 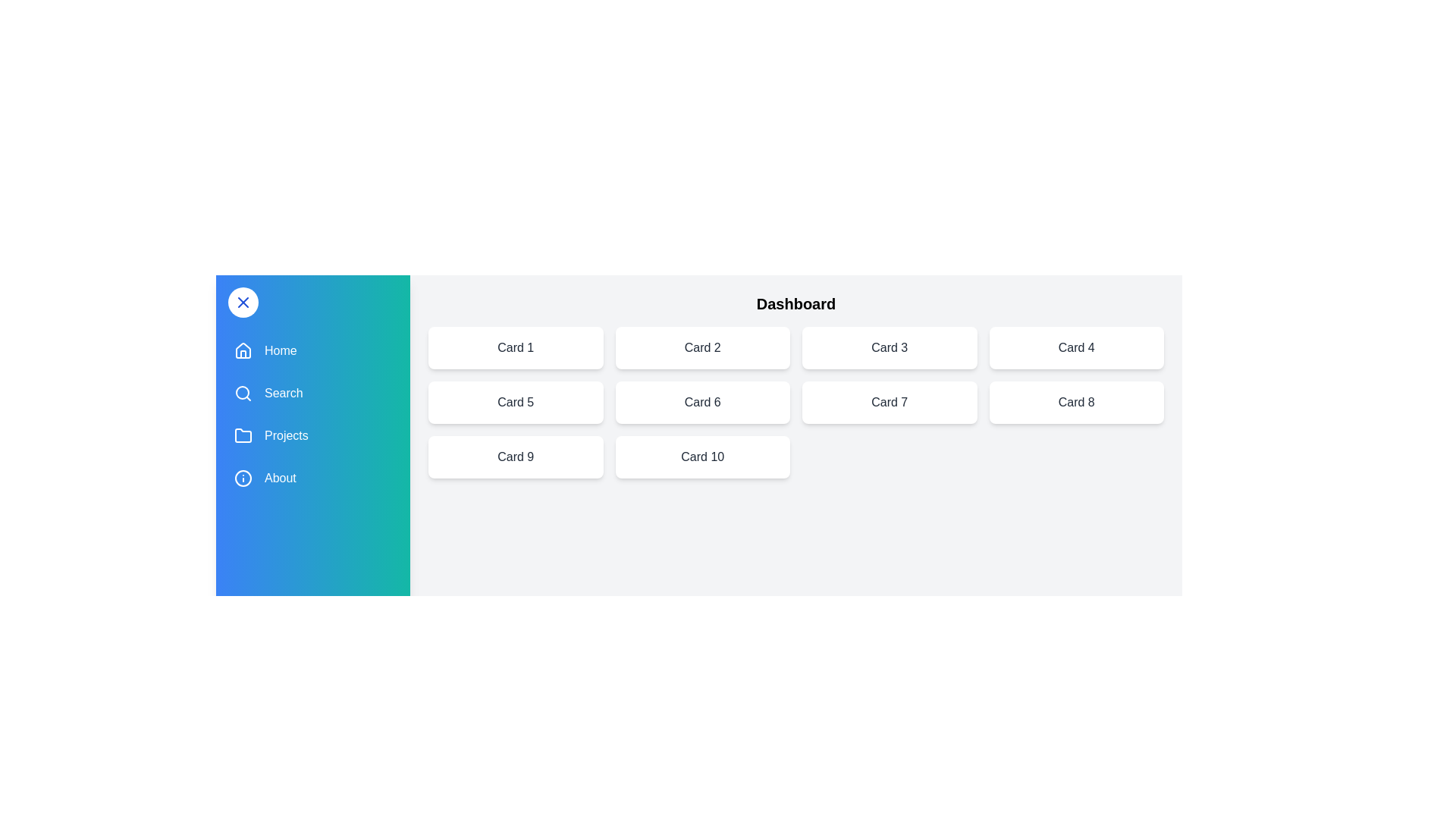 I want to click on the menu item labeled Projects, so click(x=312, y=435).